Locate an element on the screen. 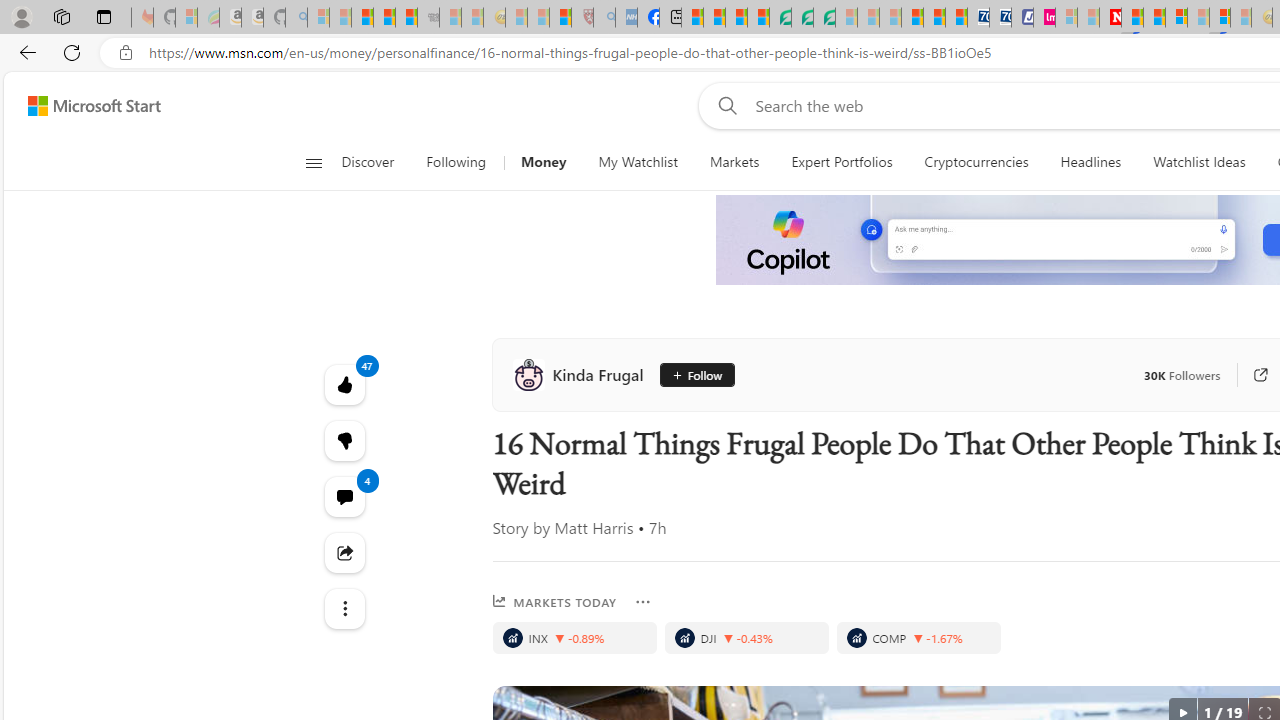 This screenshot has height=720, width=1280. 'Local - MSN' is located at coordinates (560, 17).